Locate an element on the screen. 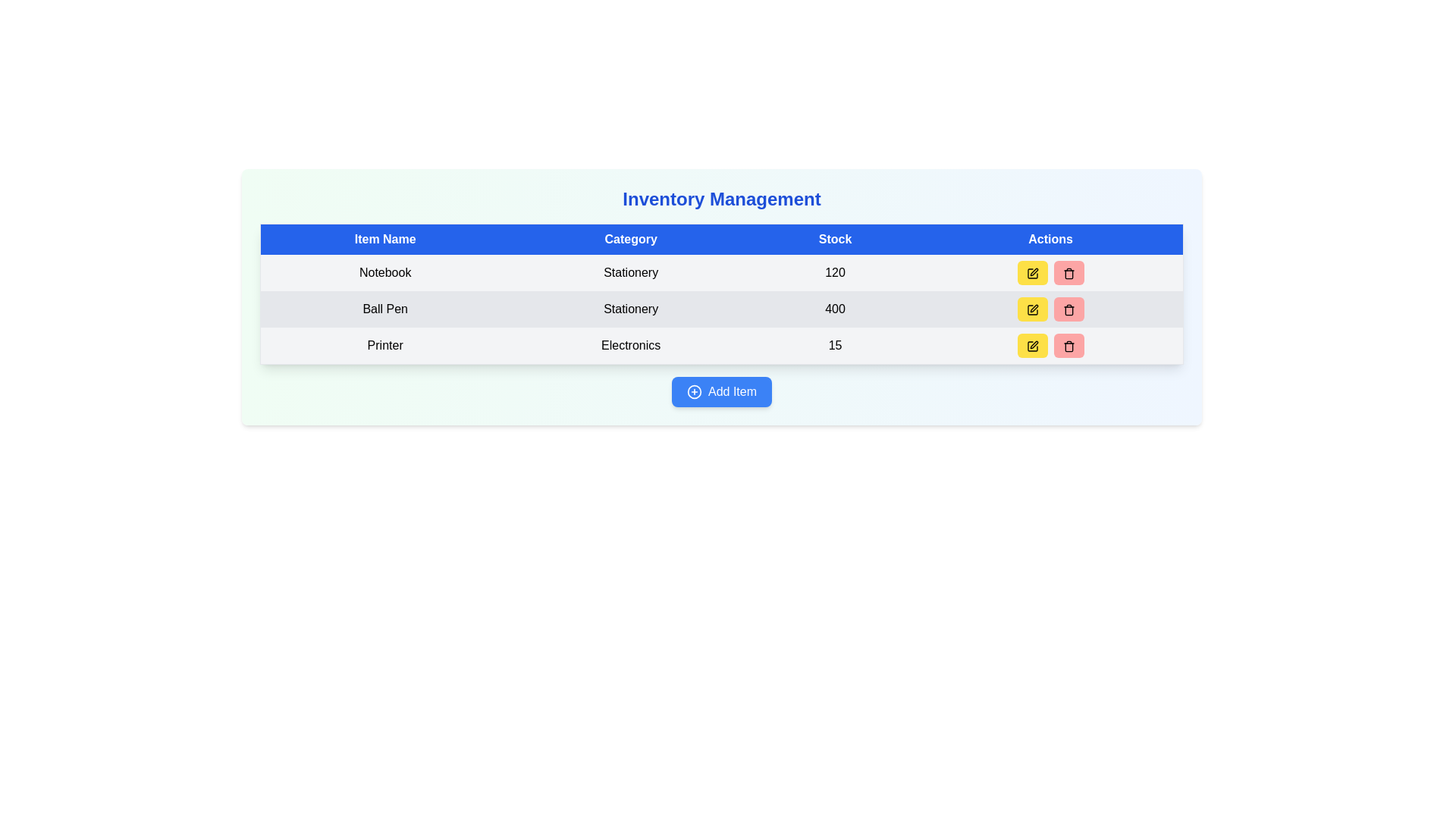 Image resolution: width=1456 pixels, height=819 pixels. the 'Stationery' text label in the second row of the table under the 'Category' column for the 'Ball Pen' item is located at coordinates (631, 309).